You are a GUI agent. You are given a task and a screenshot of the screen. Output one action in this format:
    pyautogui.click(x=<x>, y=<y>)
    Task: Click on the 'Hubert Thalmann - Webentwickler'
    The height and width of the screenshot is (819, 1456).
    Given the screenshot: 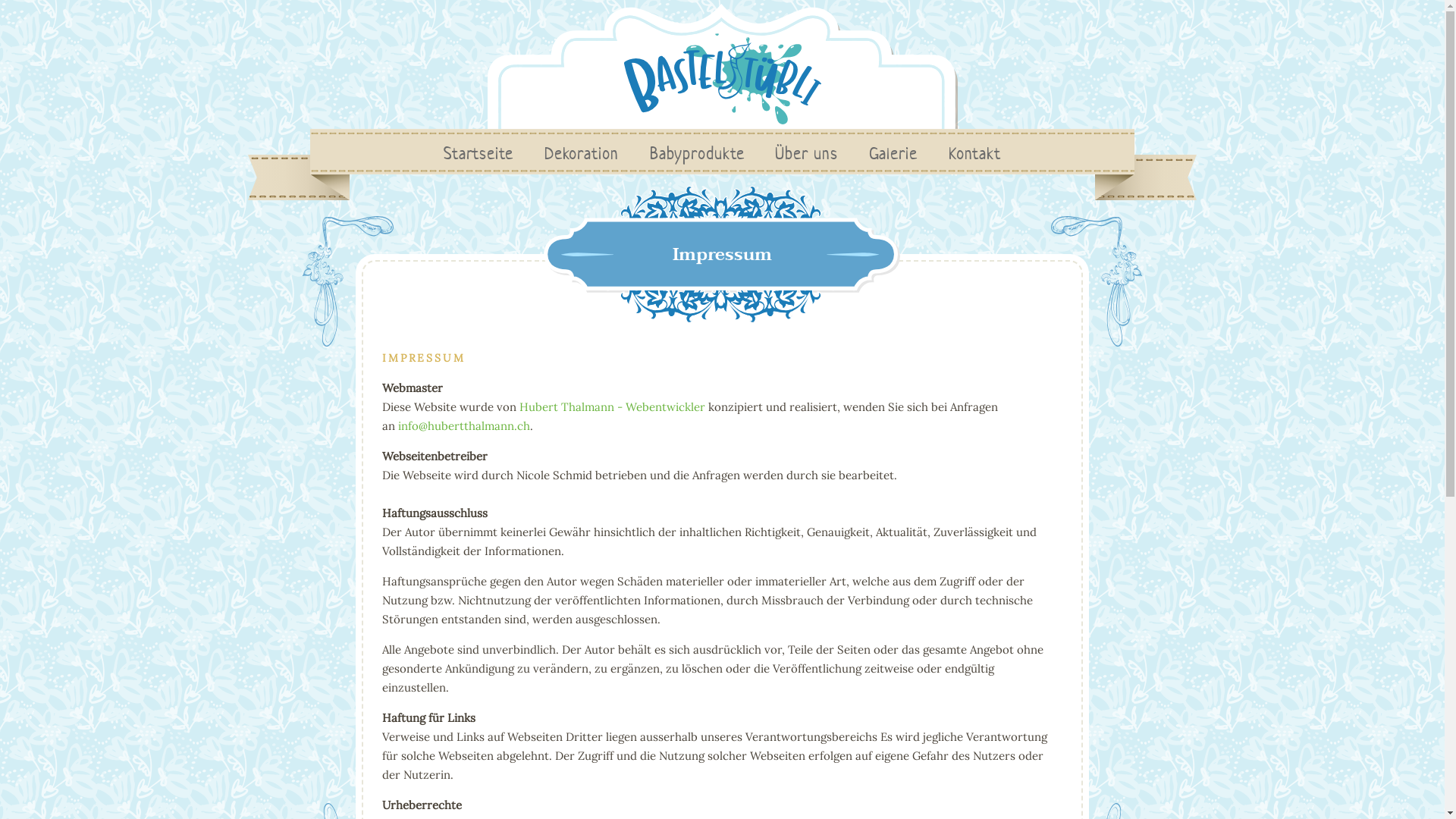 What is the action you would take?
    pyautogui.click(x=612, y=406)
    